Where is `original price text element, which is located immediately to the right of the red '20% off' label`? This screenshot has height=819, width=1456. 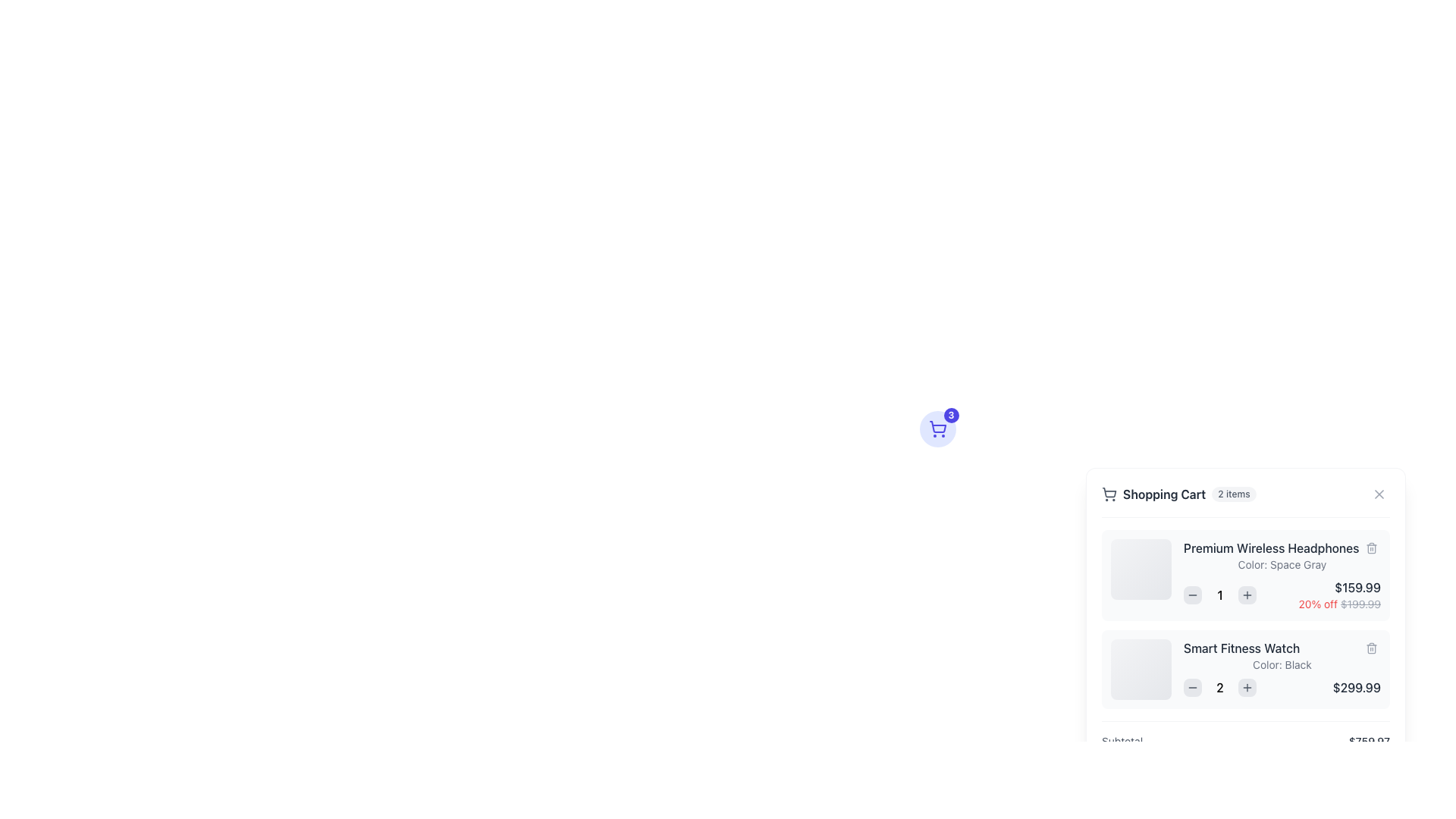 original price text element, which is located immediately to the right of the red '20% off' label is located at coordinates (1360, 603).